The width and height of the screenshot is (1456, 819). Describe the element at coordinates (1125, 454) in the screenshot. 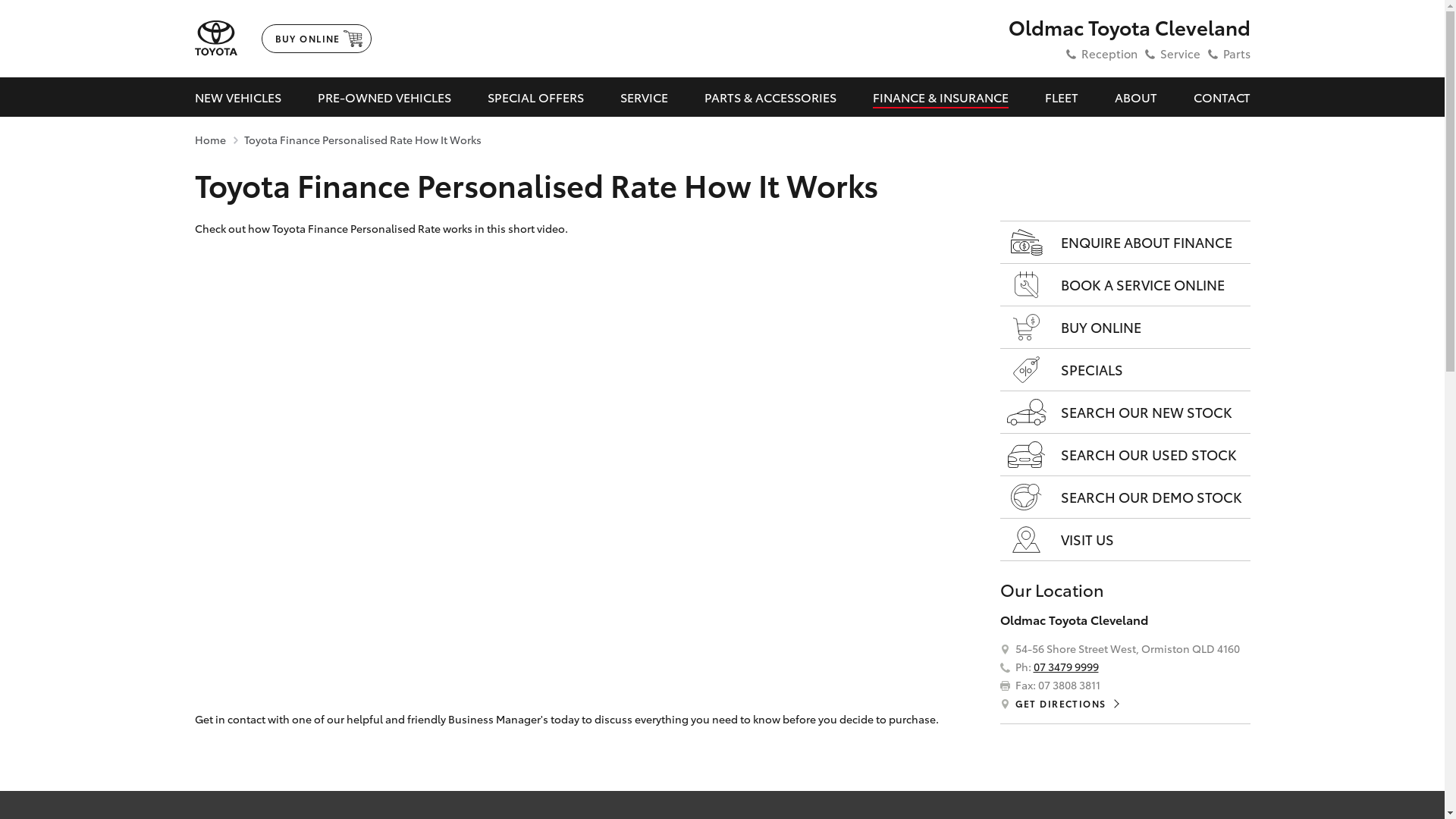

I see `'SEARCH OUR USED STOCK'` at that location.